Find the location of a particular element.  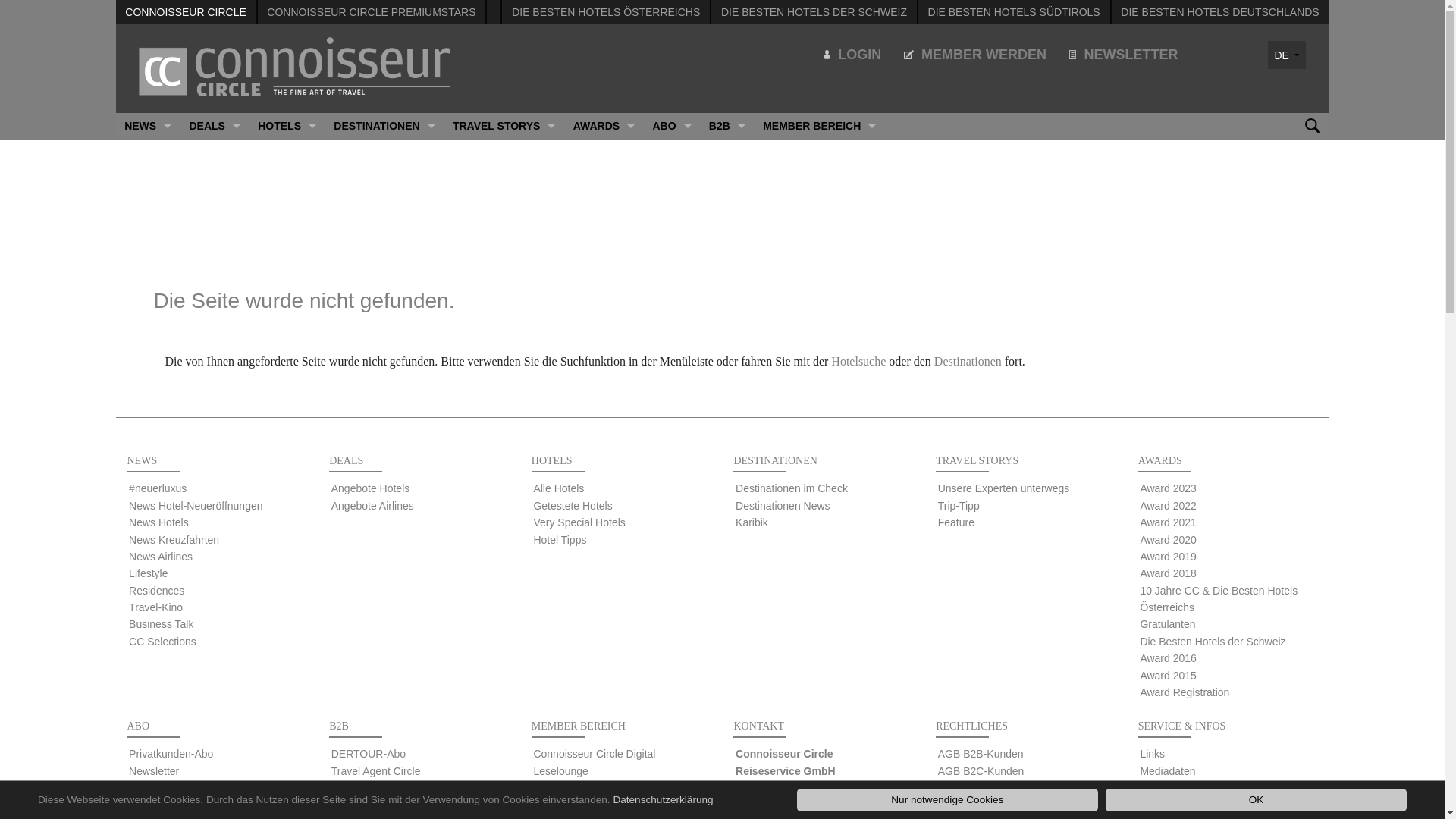

'CC Selections' is located at coordinates (162, 641).